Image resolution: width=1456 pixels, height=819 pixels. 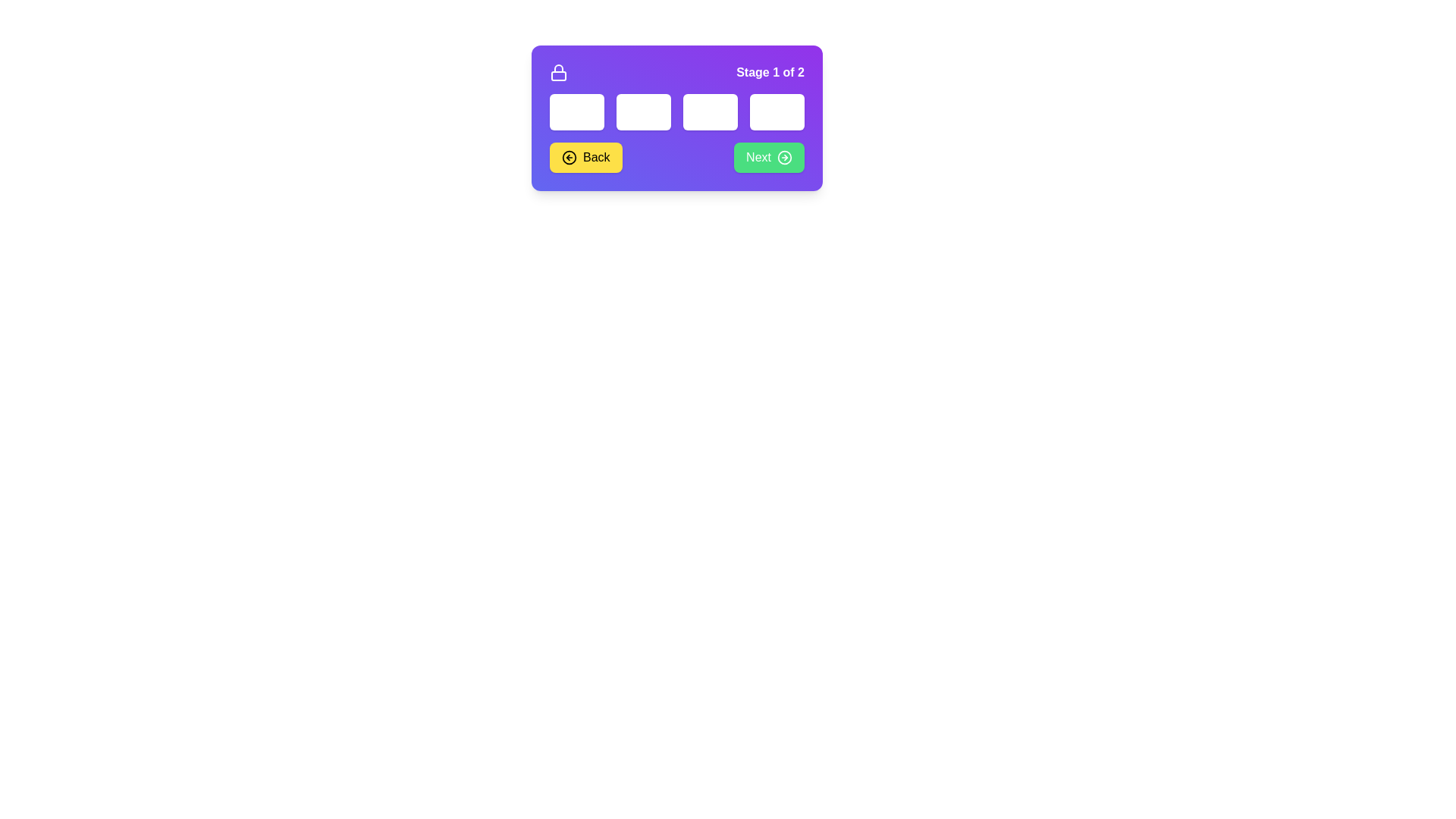 What do you see at coordinates (585, 158) in the screenshot?
I see `the 'Back' button with yellow background and black text via keyboard navigation for accessibility` at bounding box center [585, 158].